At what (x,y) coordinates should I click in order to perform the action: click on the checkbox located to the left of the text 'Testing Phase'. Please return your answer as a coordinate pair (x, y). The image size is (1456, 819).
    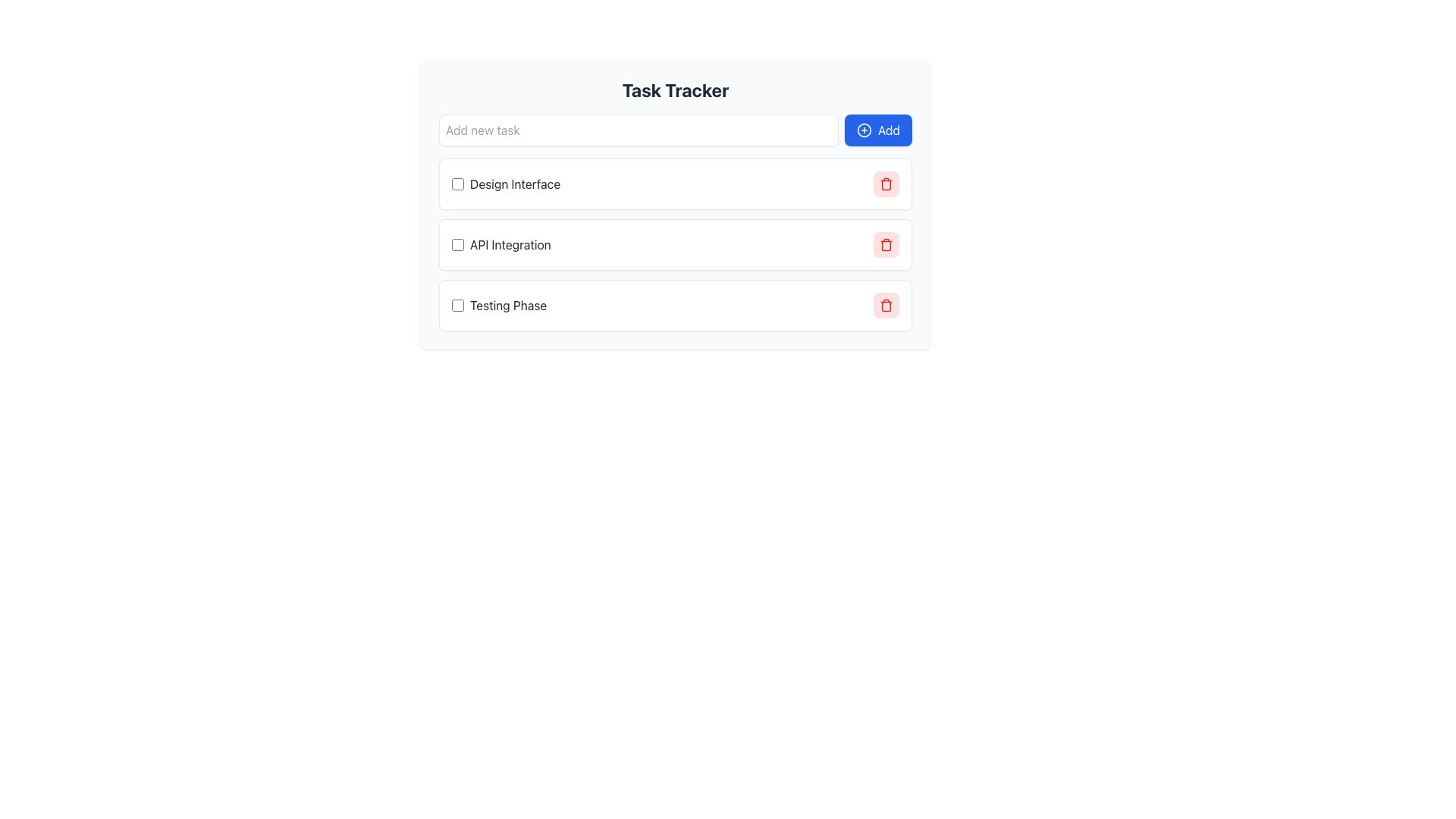
    Looking at the image, I should click on (457, 305).